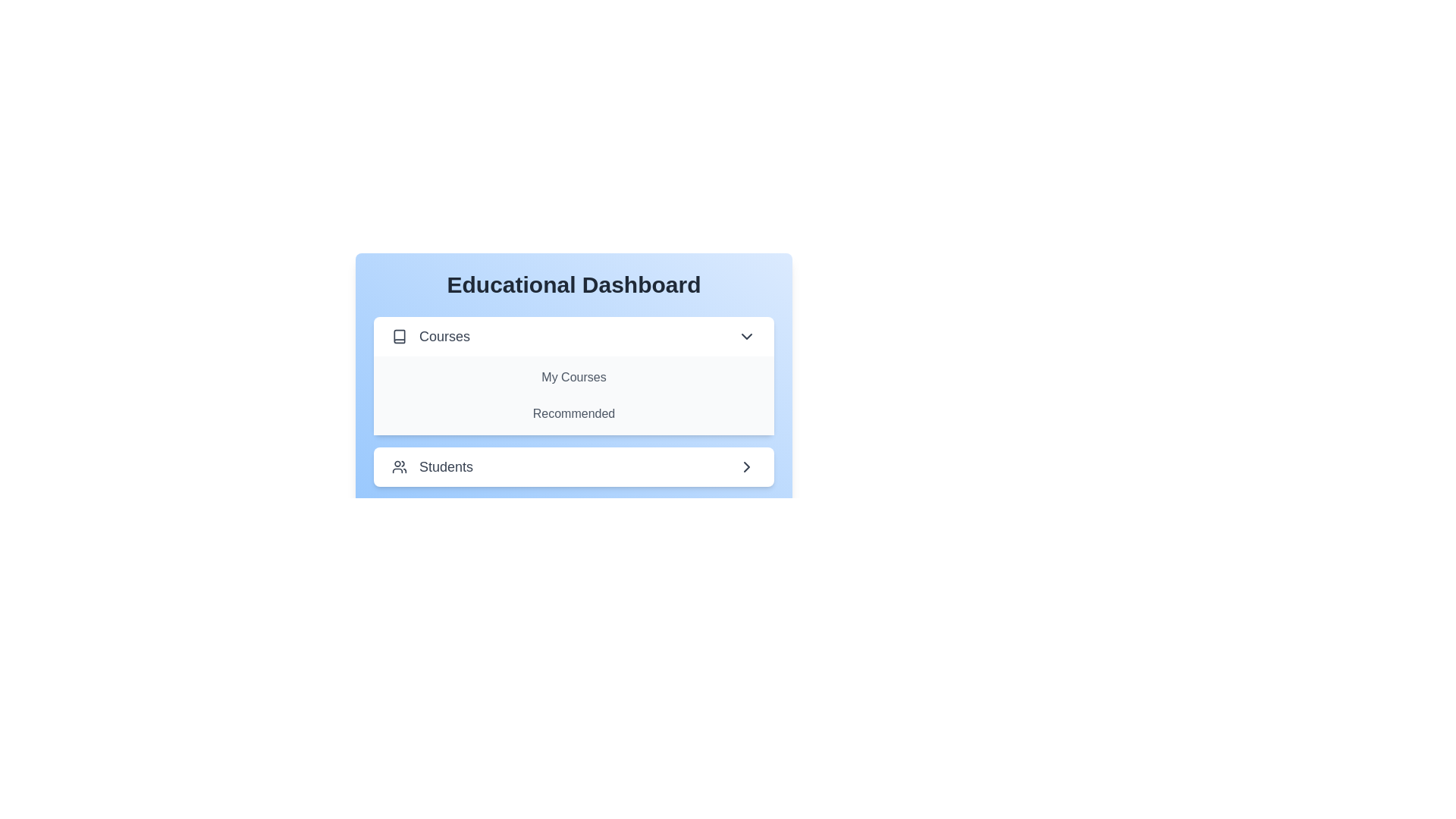  Describe the element at coordinates (400, 466) in the screenshot. I see `the icon corresponding to the section Students to toggle its visibility` at that location.